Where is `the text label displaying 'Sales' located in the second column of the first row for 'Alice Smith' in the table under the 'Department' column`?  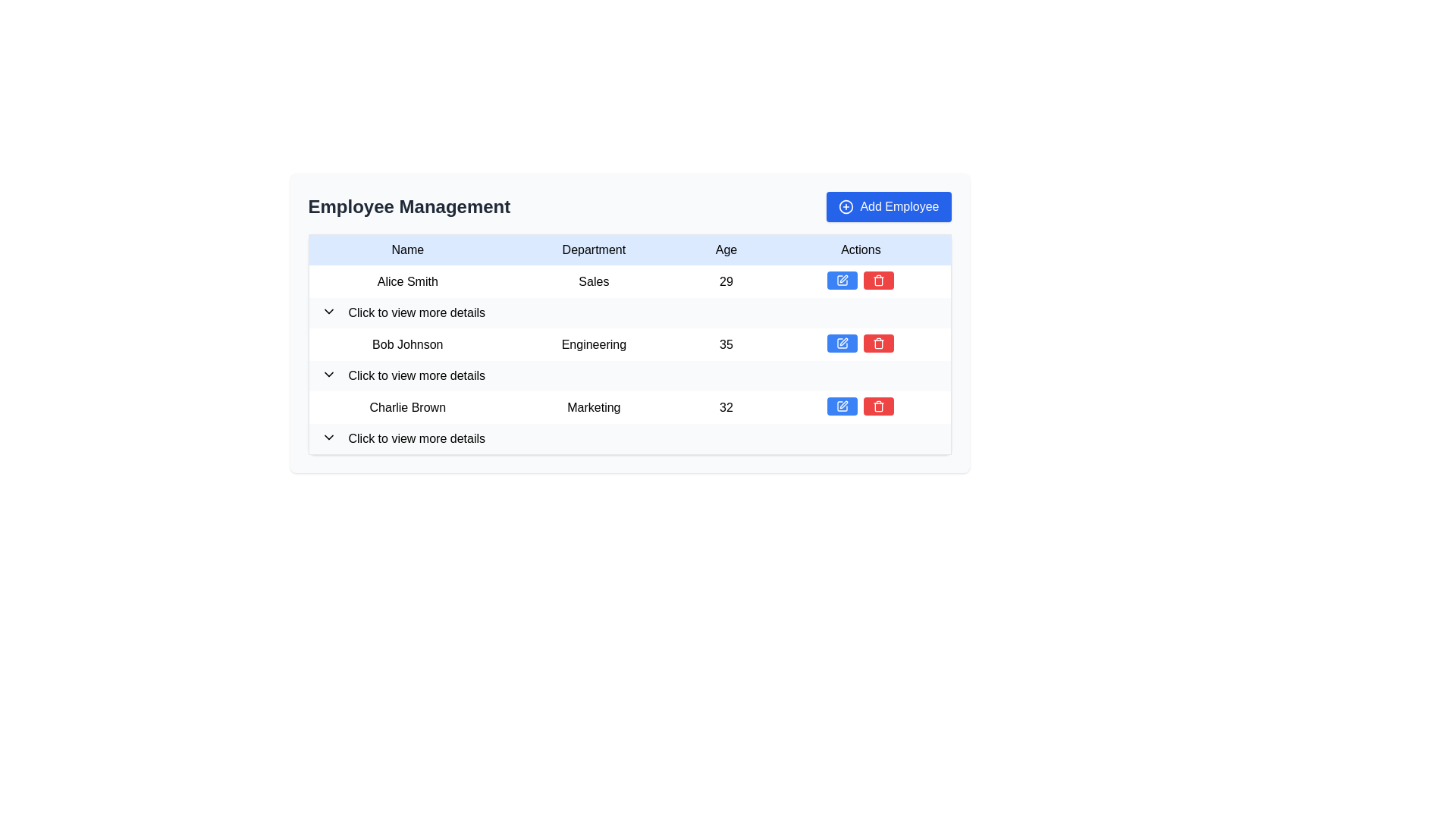
the text label displaying 'Sales' located in the second column of the first row for 'Alice Smith' in the table under the 'Department' column is located at coordinates (593, 281).